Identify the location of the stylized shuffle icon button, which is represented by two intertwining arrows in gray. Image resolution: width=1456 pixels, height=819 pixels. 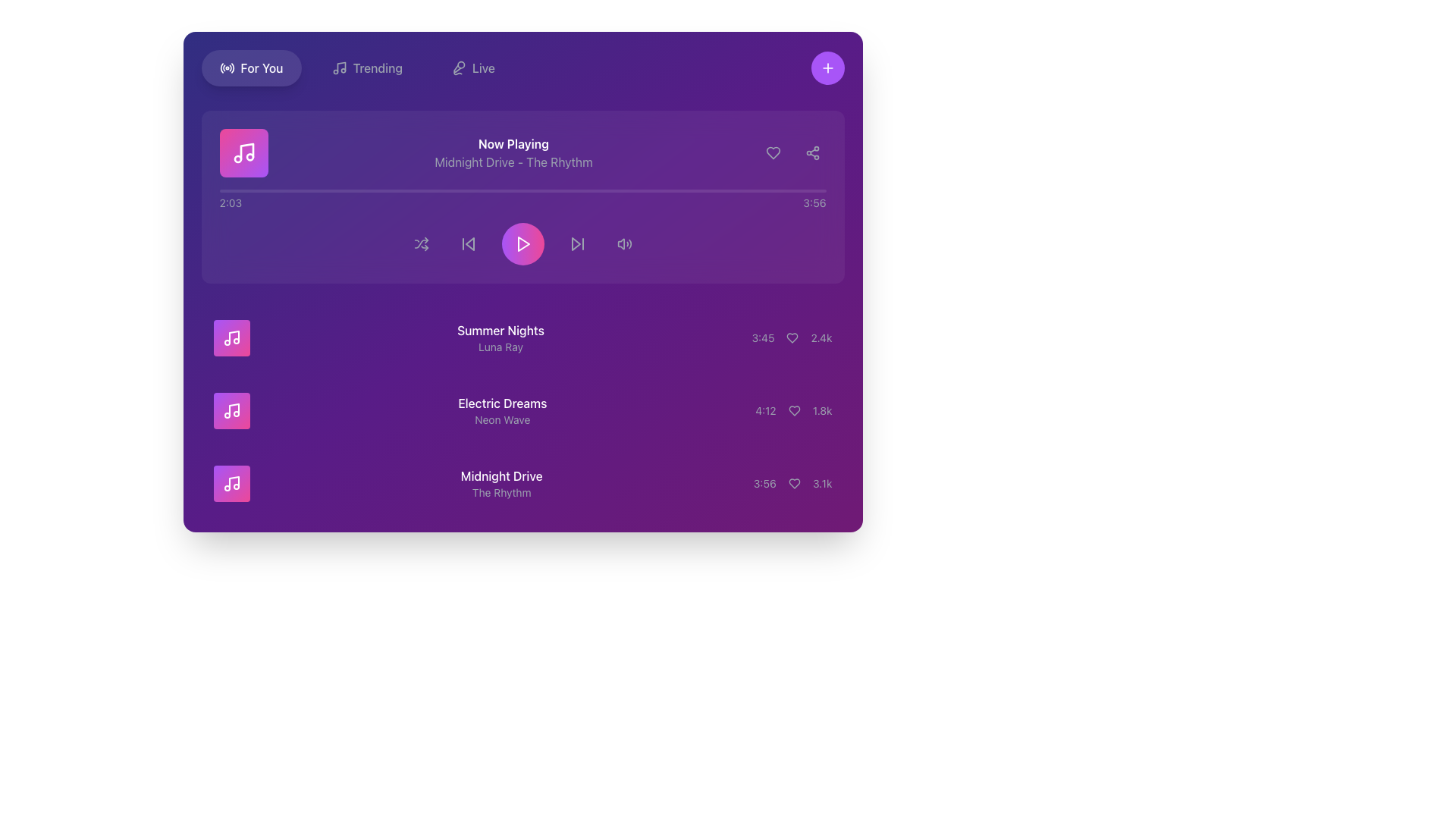
(421, 243).